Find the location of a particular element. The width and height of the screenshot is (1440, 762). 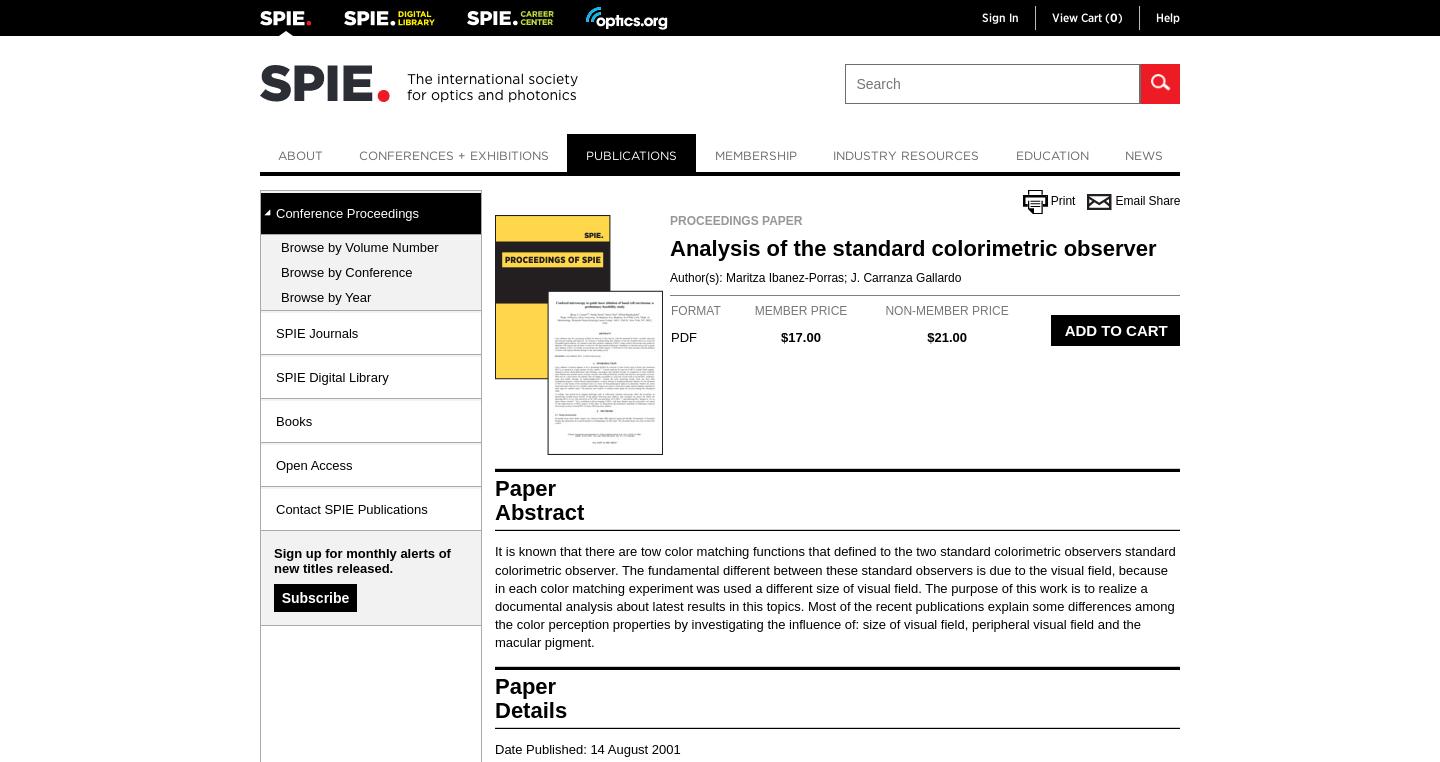

'Browse by Volume Number' is located at coordinates (359, 247).